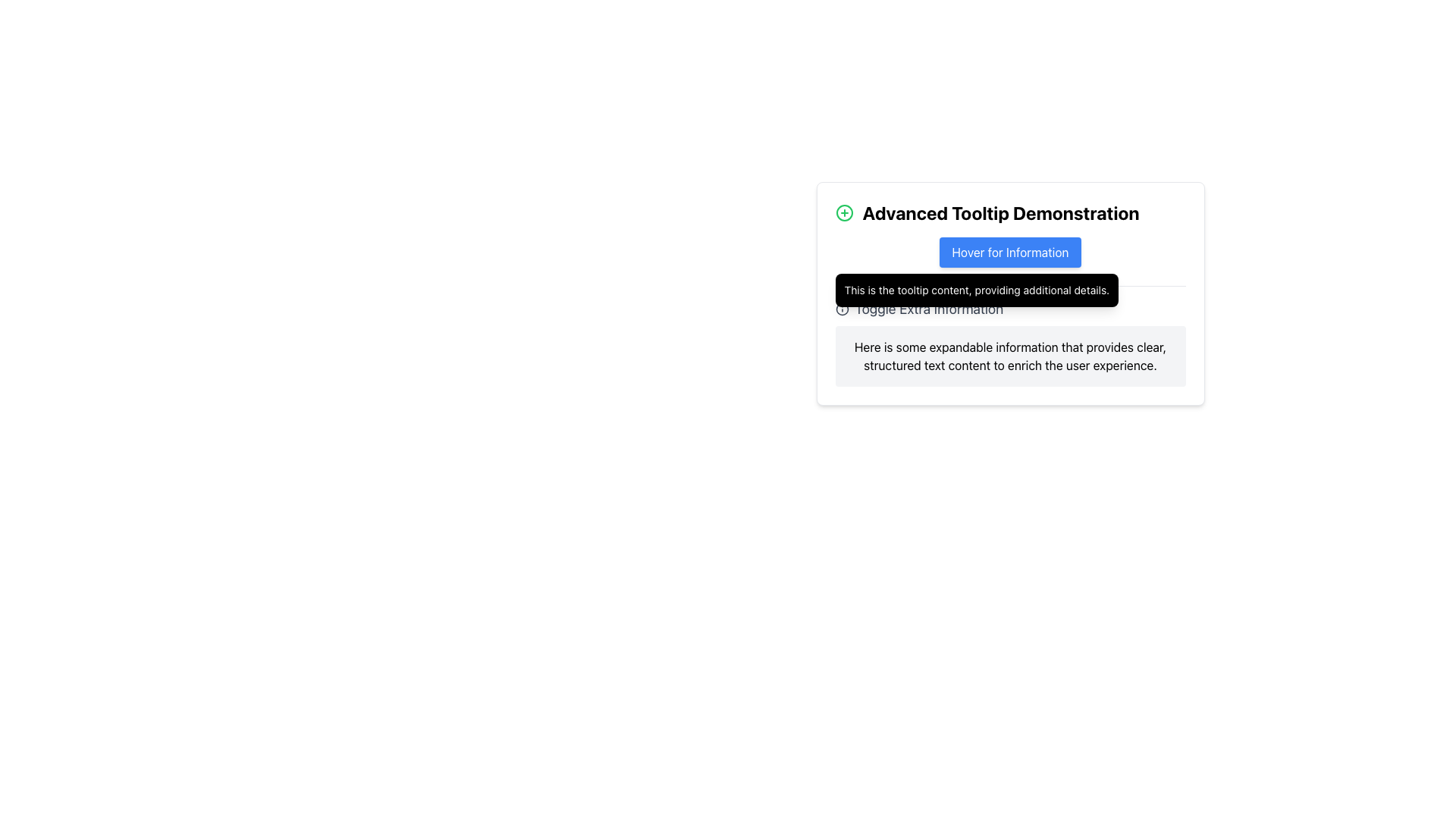 The image size is (1456, 819). Describe the element at coordinates (918, 309) in the screenshot. I see `the toggle button that triggers the display of additional information in the section below the 'Hover for Information' button` at that location.